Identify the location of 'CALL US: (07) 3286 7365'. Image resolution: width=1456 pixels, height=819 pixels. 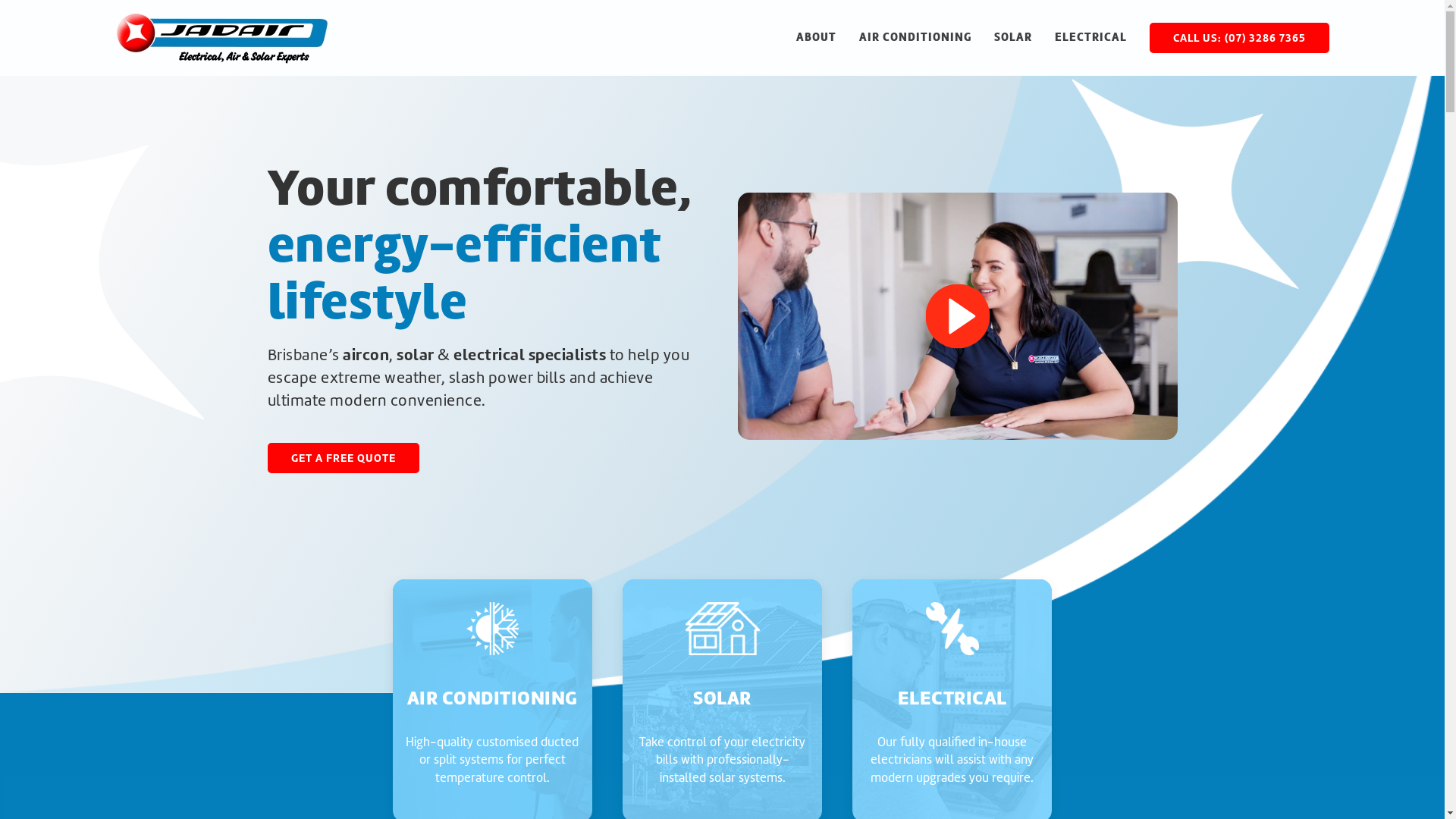
(1239, 37).